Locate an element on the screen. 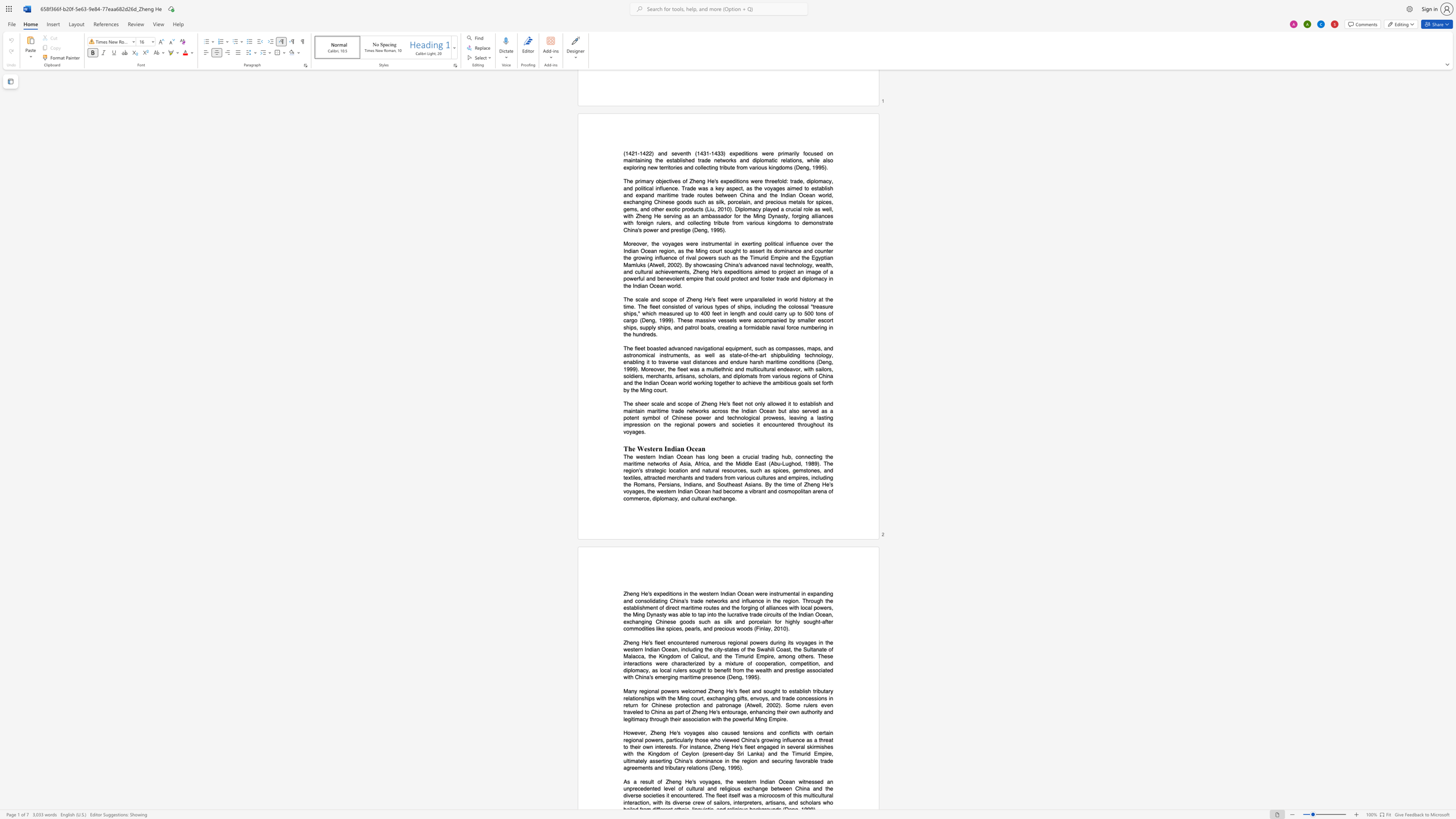  the subset text "terized by a mixture of cooperation, competition, an" within the text ", and the Timurid Empire, among others. These interactions were characterized by a mixture of cooperation, competition, and diplomacy, as local rulers sought to" is located at coordinates (688, 663).